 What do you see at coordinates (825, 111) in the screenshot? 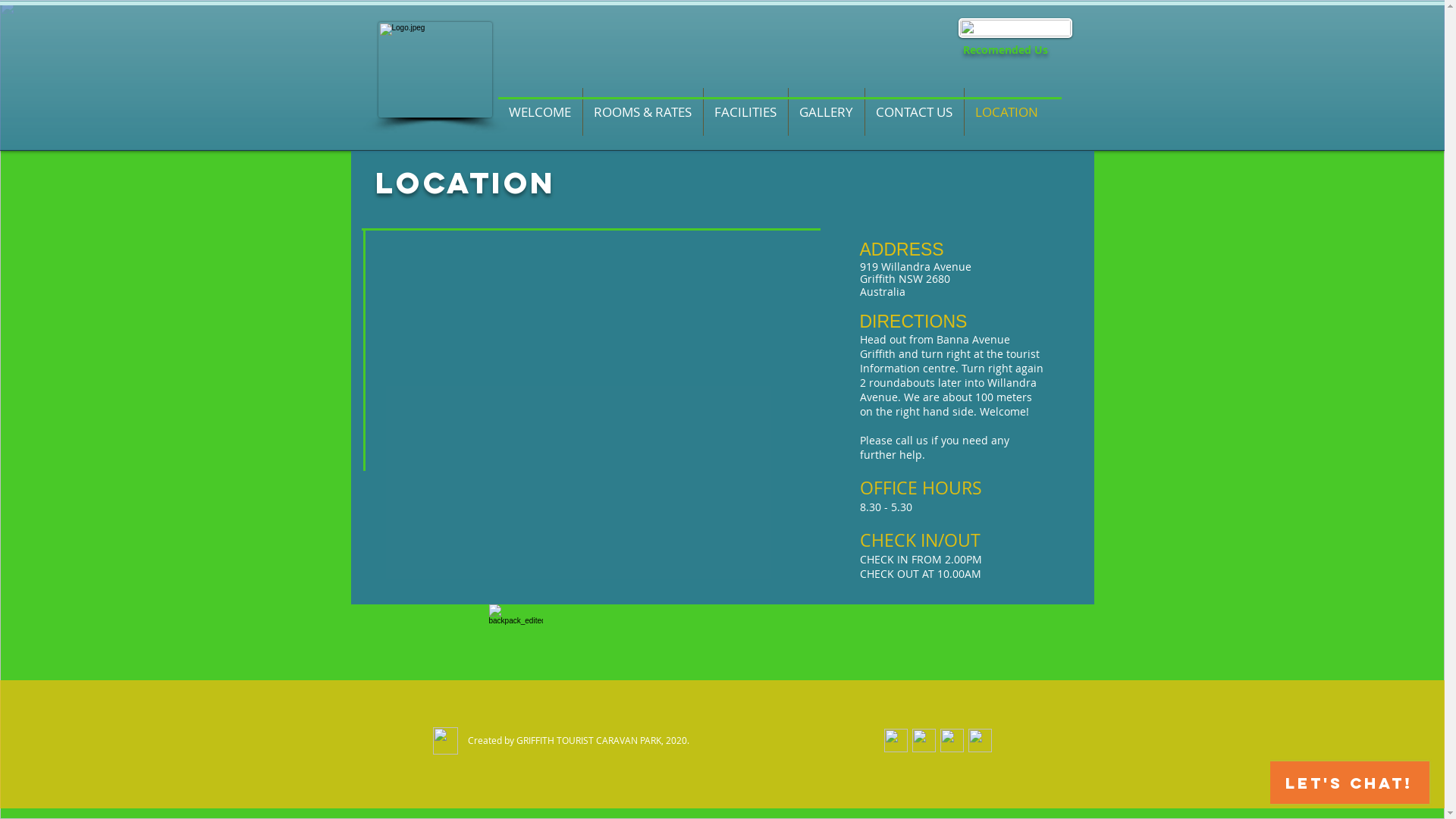
I see `'GALLERY'` at bounding box center [825, 111].